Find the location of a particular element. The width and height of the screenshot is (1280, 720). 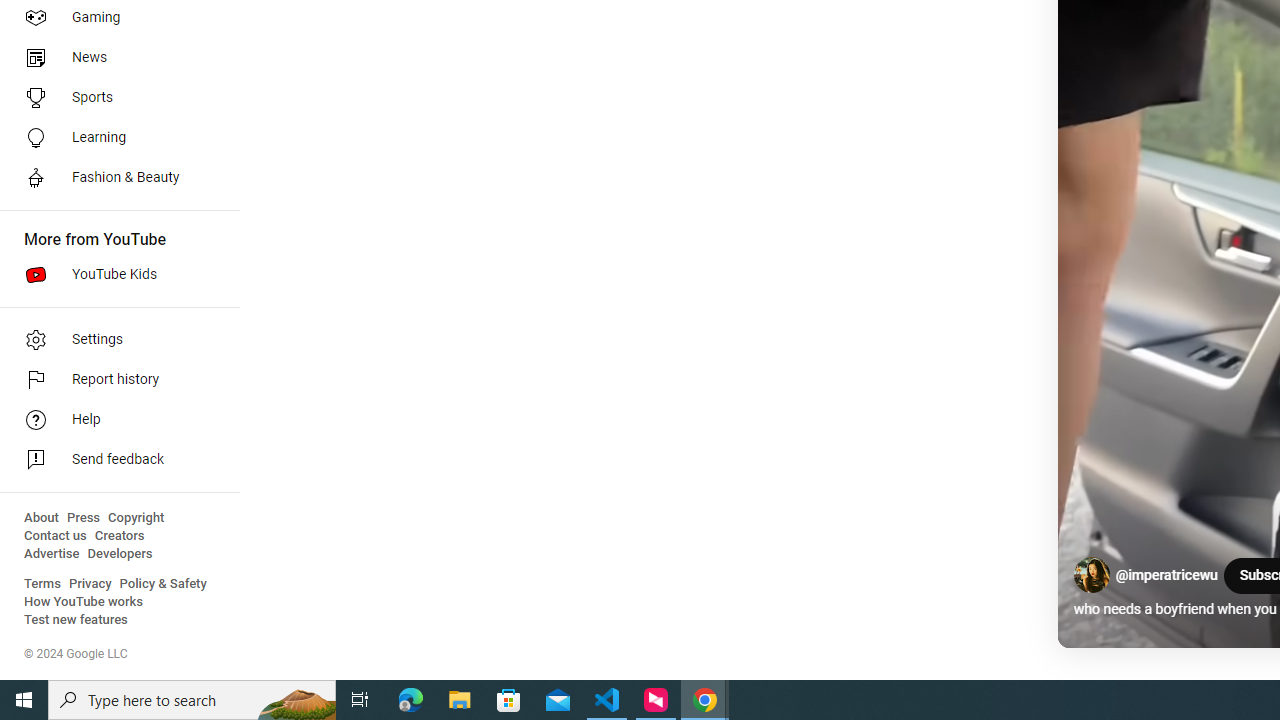

'Advertise' is located at coordinates (51, 554).